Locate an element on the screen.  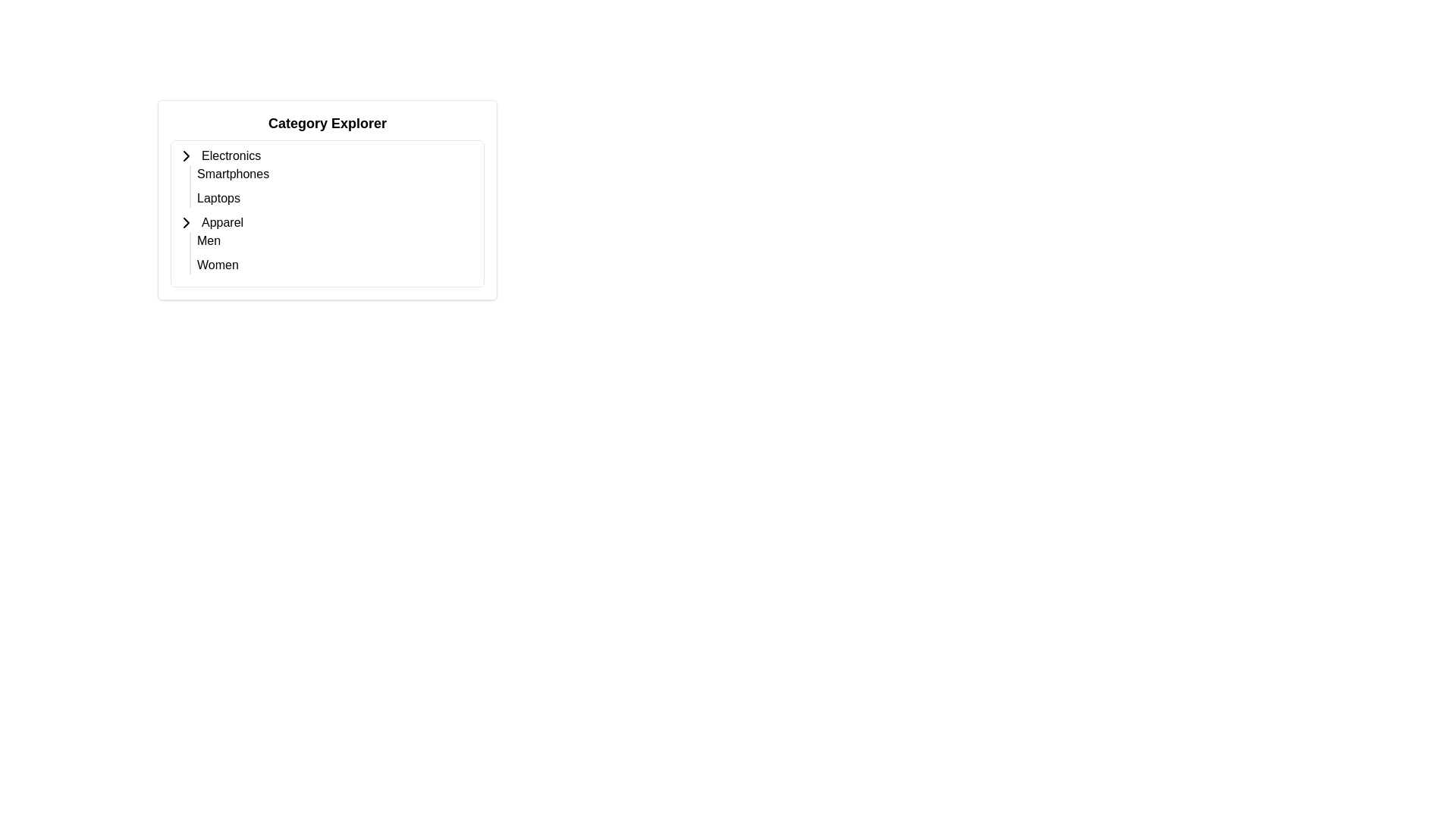
the 'Women' category link in the category explorer menu is located at coordinates (337, 265).